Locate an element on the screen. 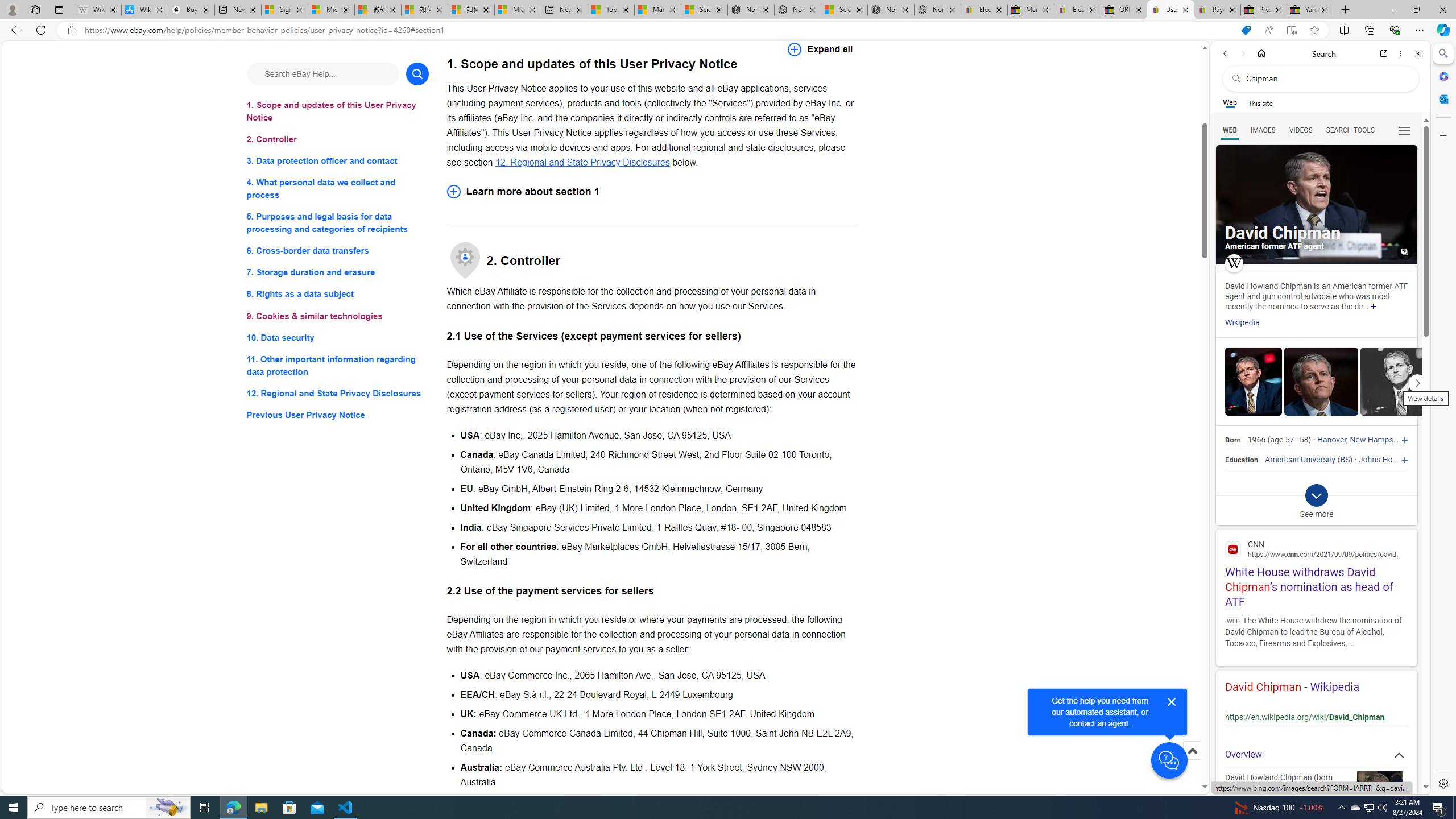 The height and width of the screenshot is (819, 1456). '6. Cross-border data transfers' is located at coordinates (337, 251).